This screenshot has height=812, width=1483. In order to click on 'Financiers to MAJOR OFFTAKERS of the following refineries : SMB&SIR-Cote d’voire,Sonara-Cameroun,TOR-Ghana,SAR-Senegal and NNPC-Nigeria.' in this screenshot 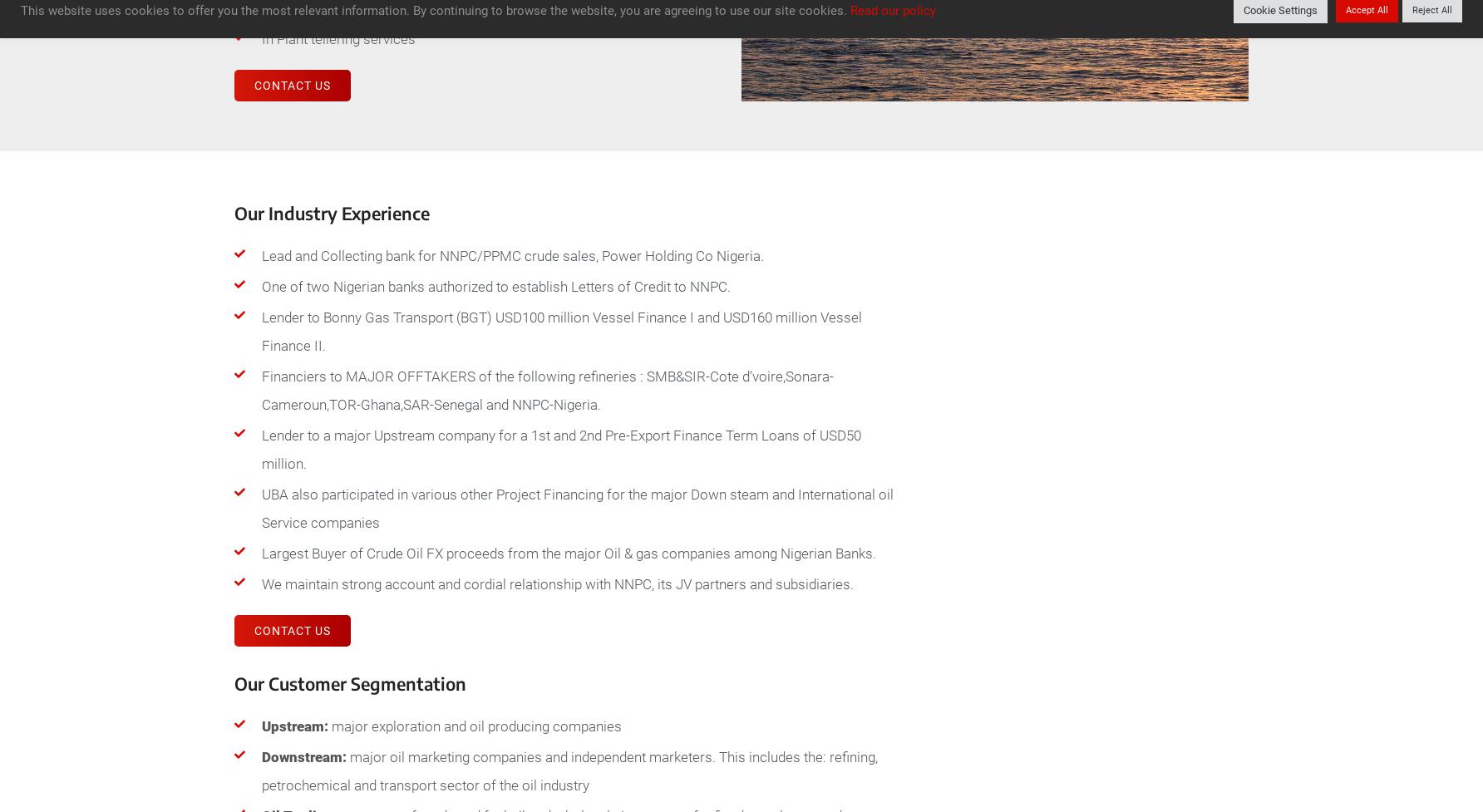, I will do `click(547, 391)`.